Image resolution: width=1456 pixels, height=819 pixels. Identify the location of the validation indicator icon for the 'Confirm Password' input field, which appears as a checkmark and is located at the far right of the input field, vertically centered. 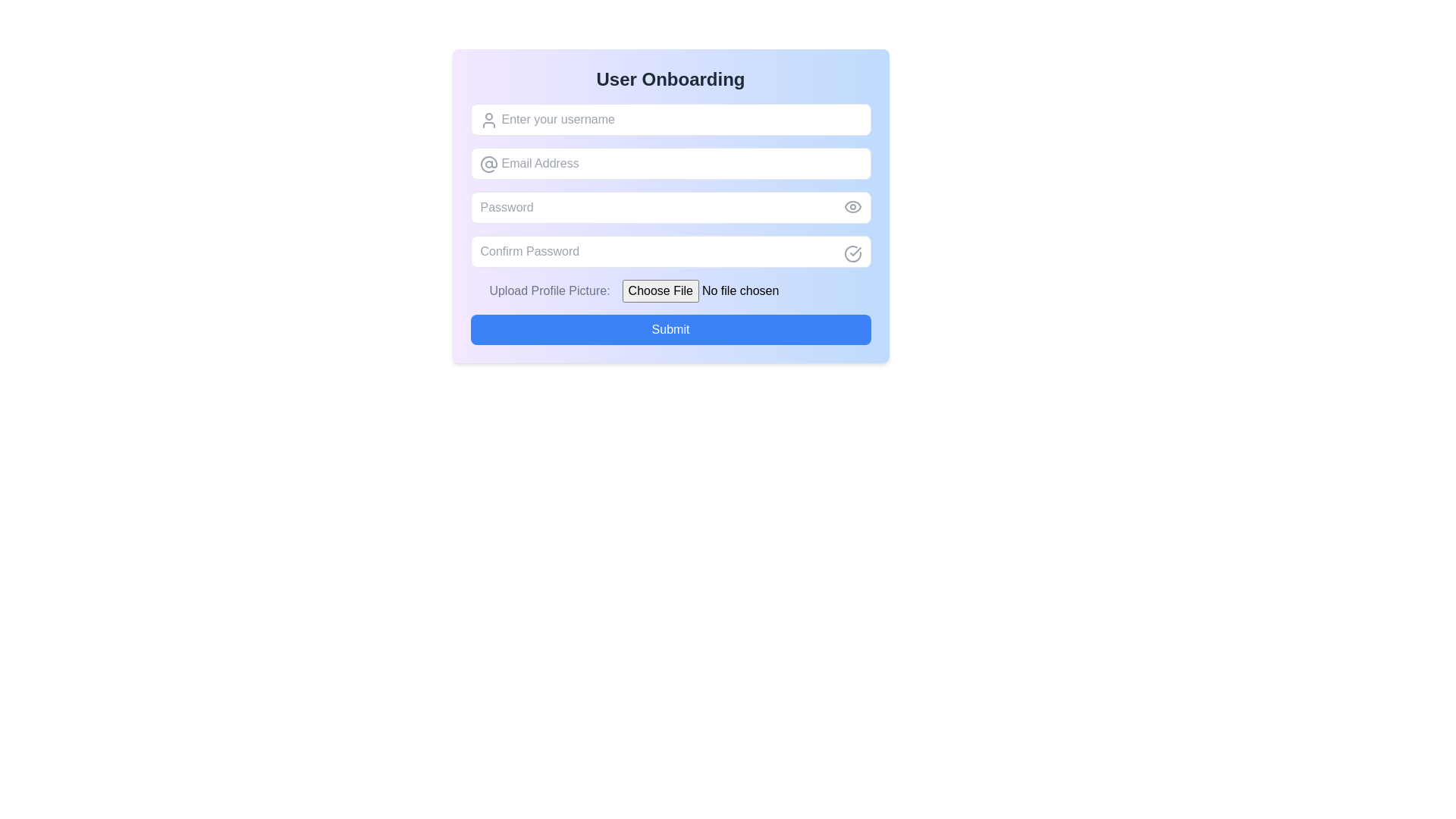
(852, 253).